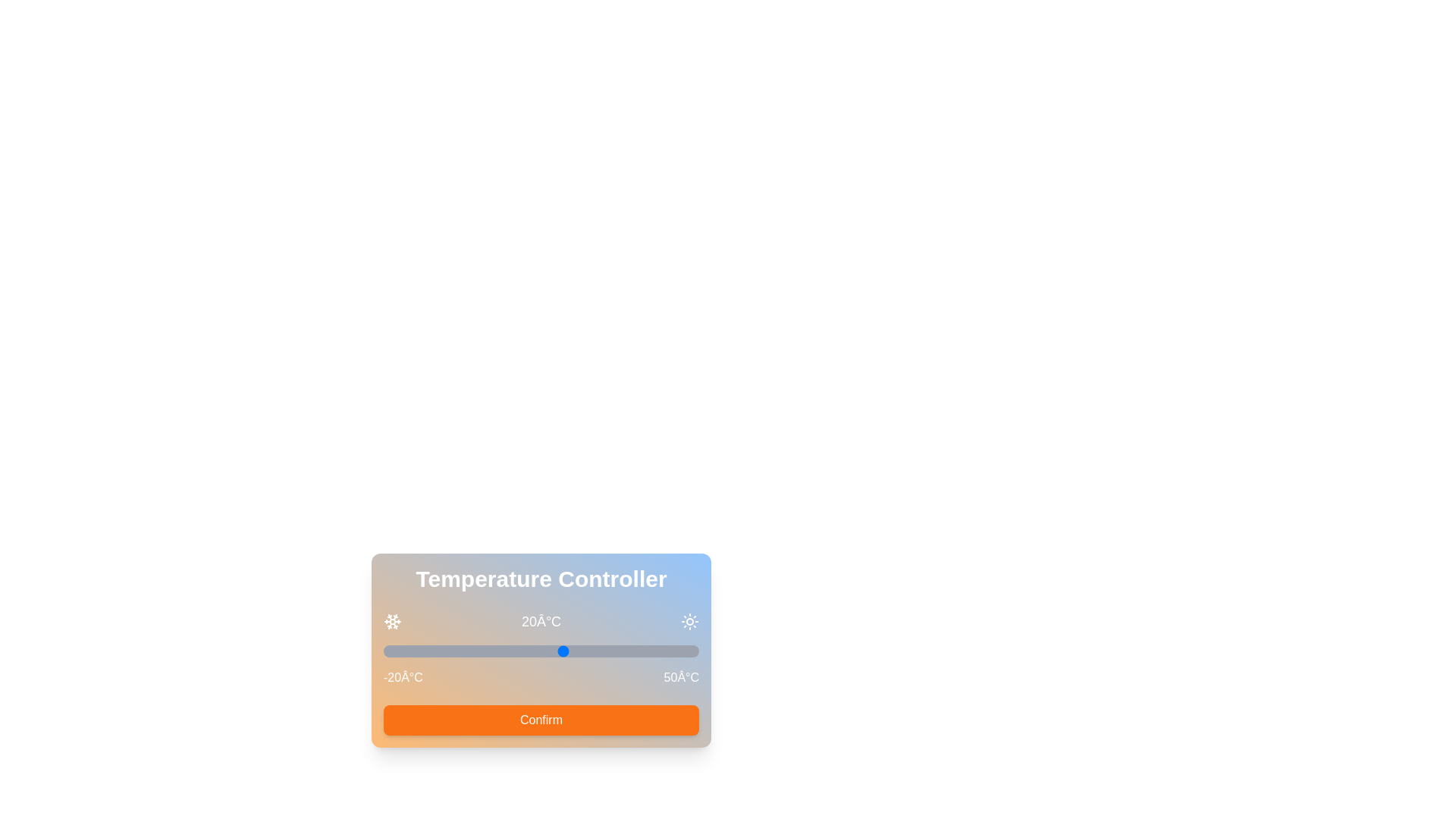 The image size is (1456, 819). Describe the element at coordinates (595, 651) in the screenshot. I see `the temperature slider to 27°C` at that location.